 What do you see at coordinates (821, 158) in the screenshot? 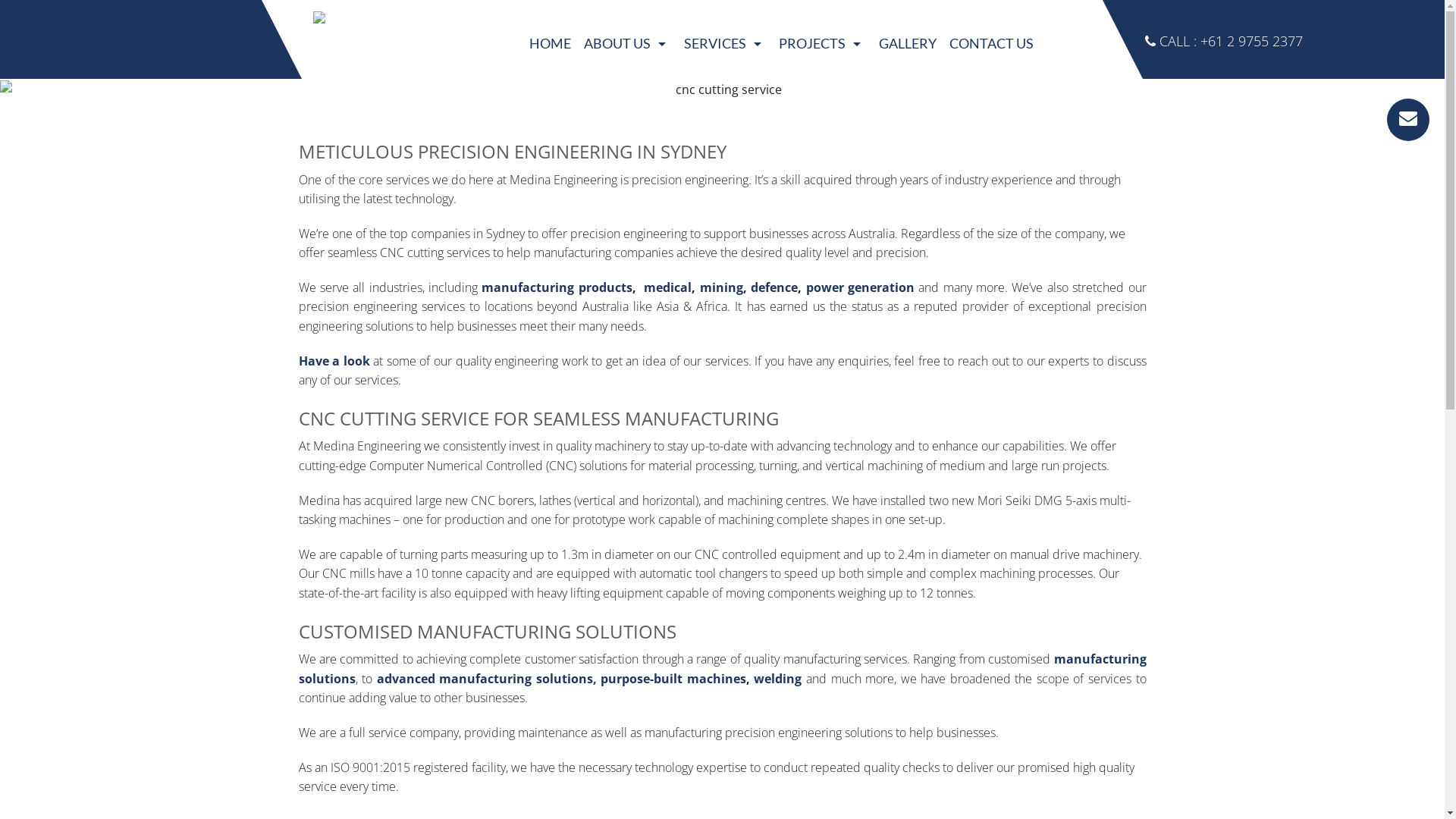
I see `'MEDICAL'` at bounding box center [821, 158].